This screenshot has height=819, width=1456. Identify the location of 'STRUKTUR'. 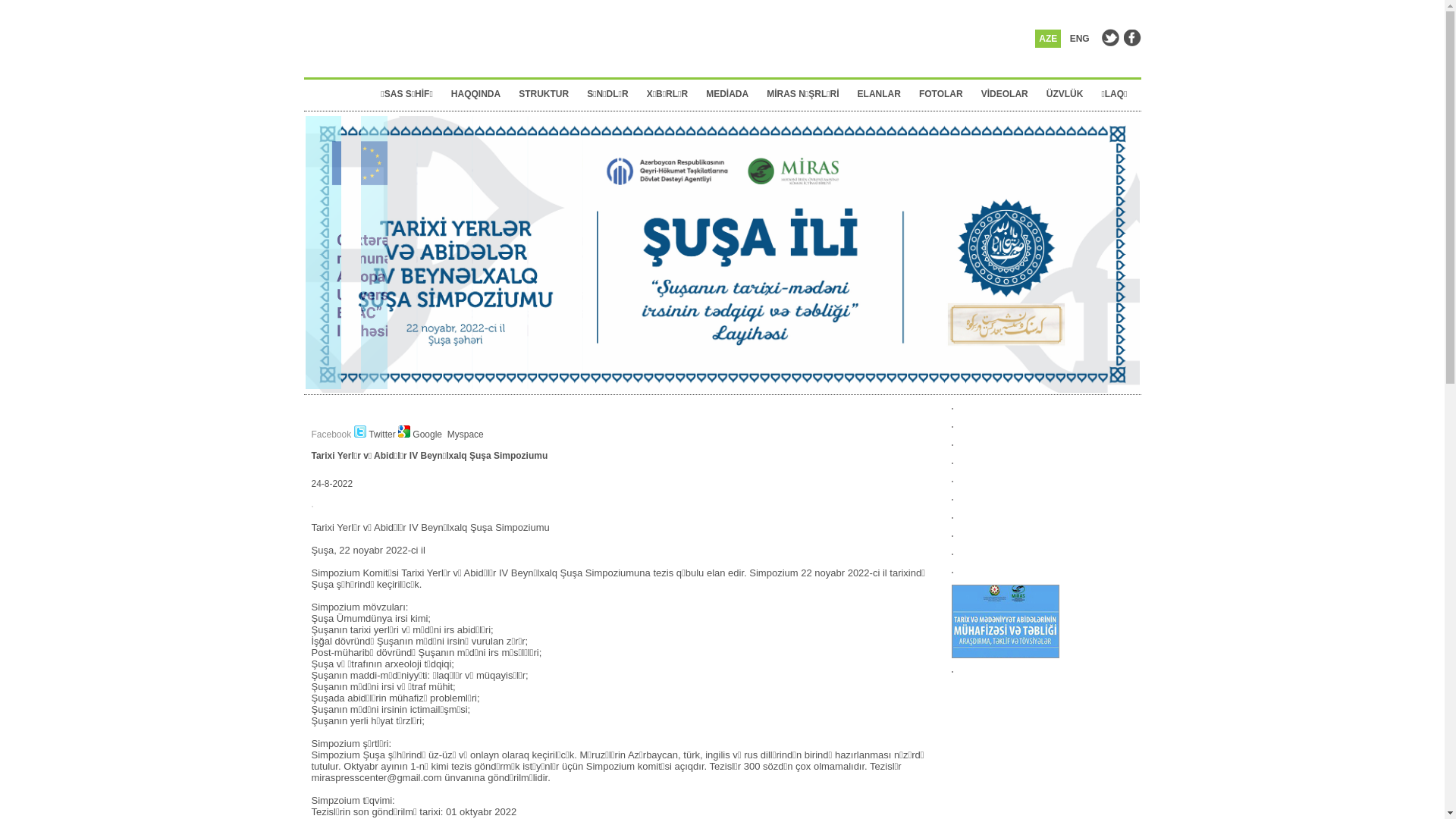
(548, 93).